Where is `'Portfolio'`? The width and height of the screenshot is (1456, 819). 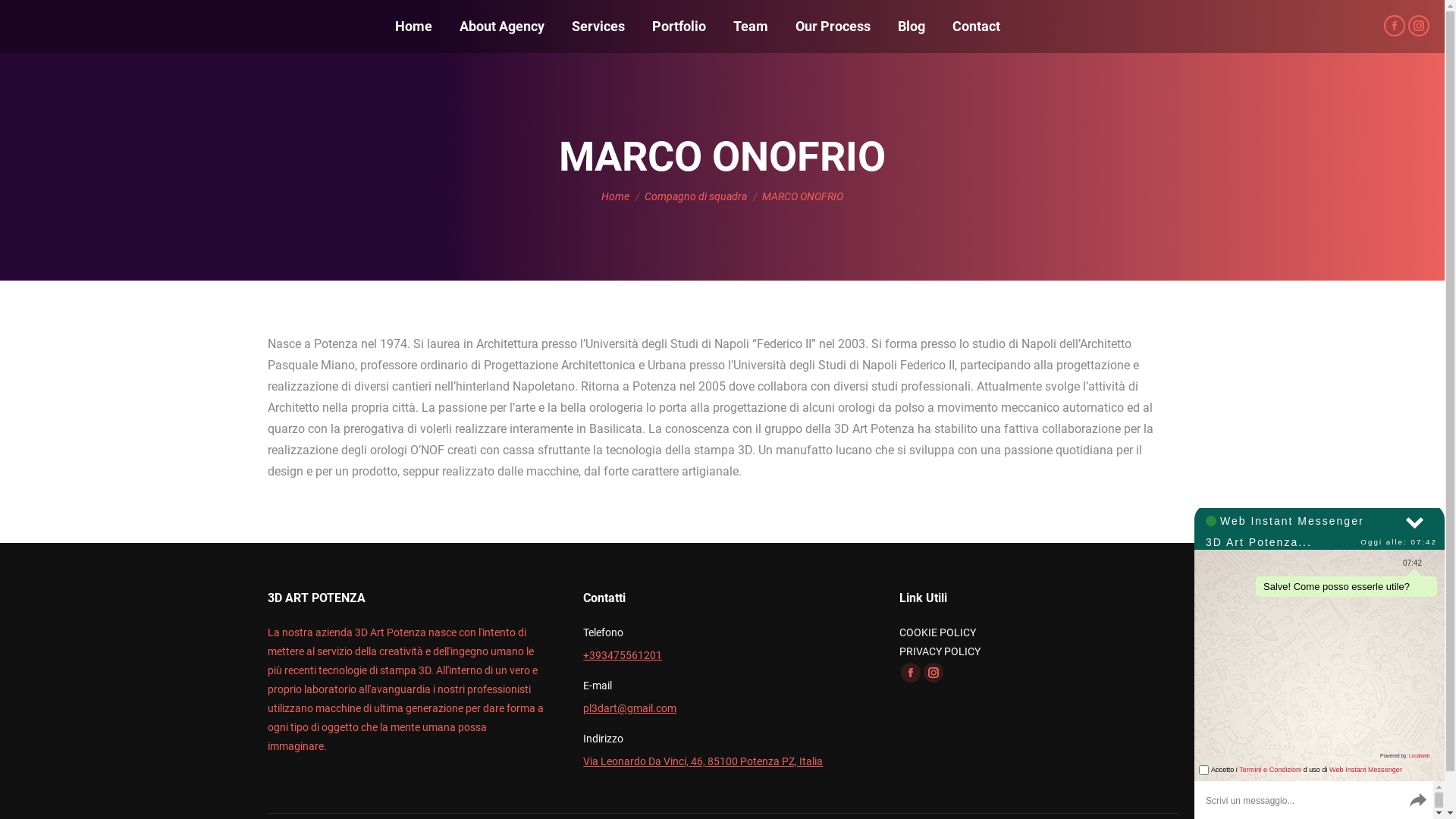
'Portfolio' is located at coordinates (678, 26).